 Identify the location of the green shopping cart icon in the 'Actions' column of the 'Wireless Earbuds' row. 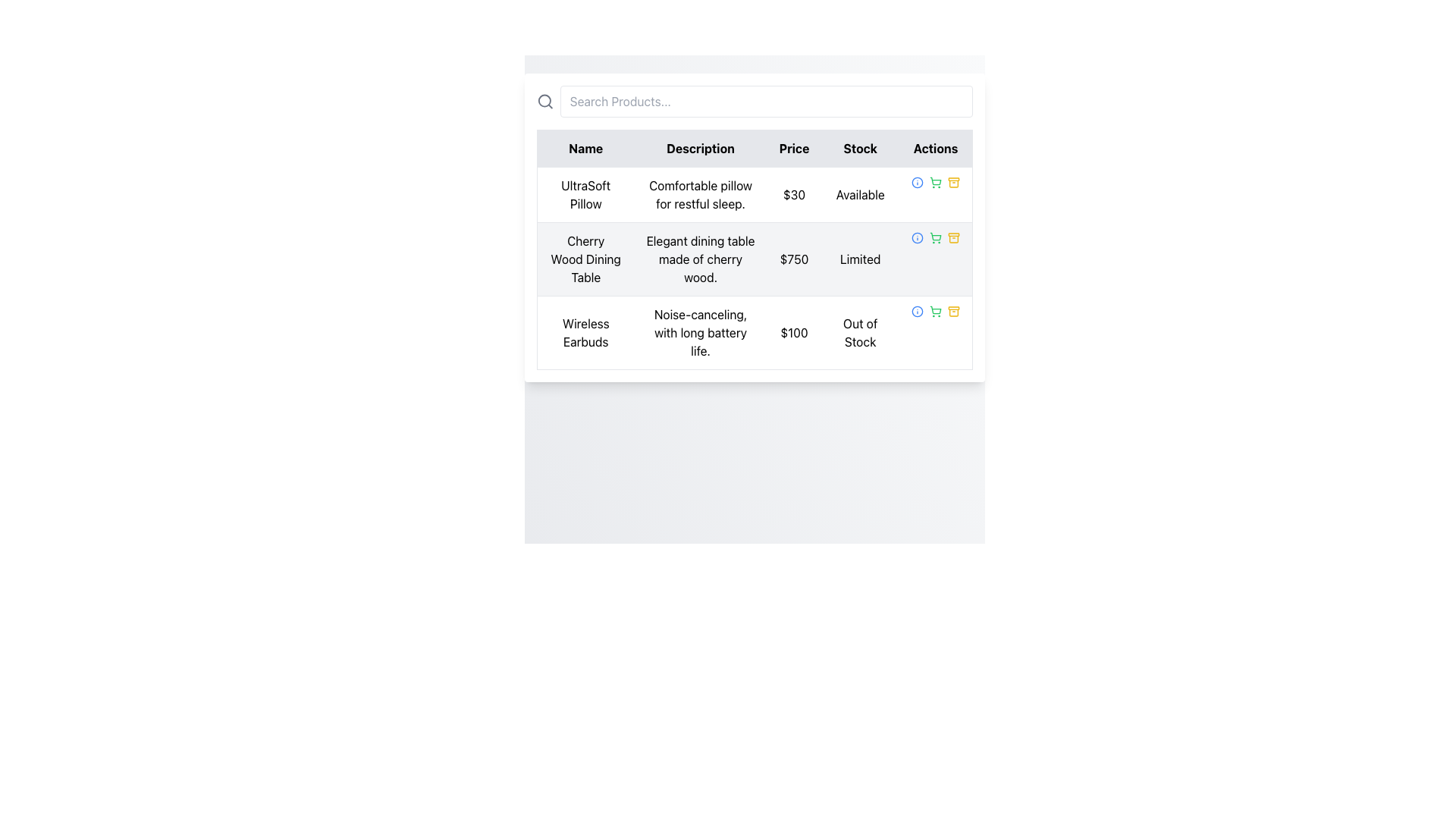
(934, 311).